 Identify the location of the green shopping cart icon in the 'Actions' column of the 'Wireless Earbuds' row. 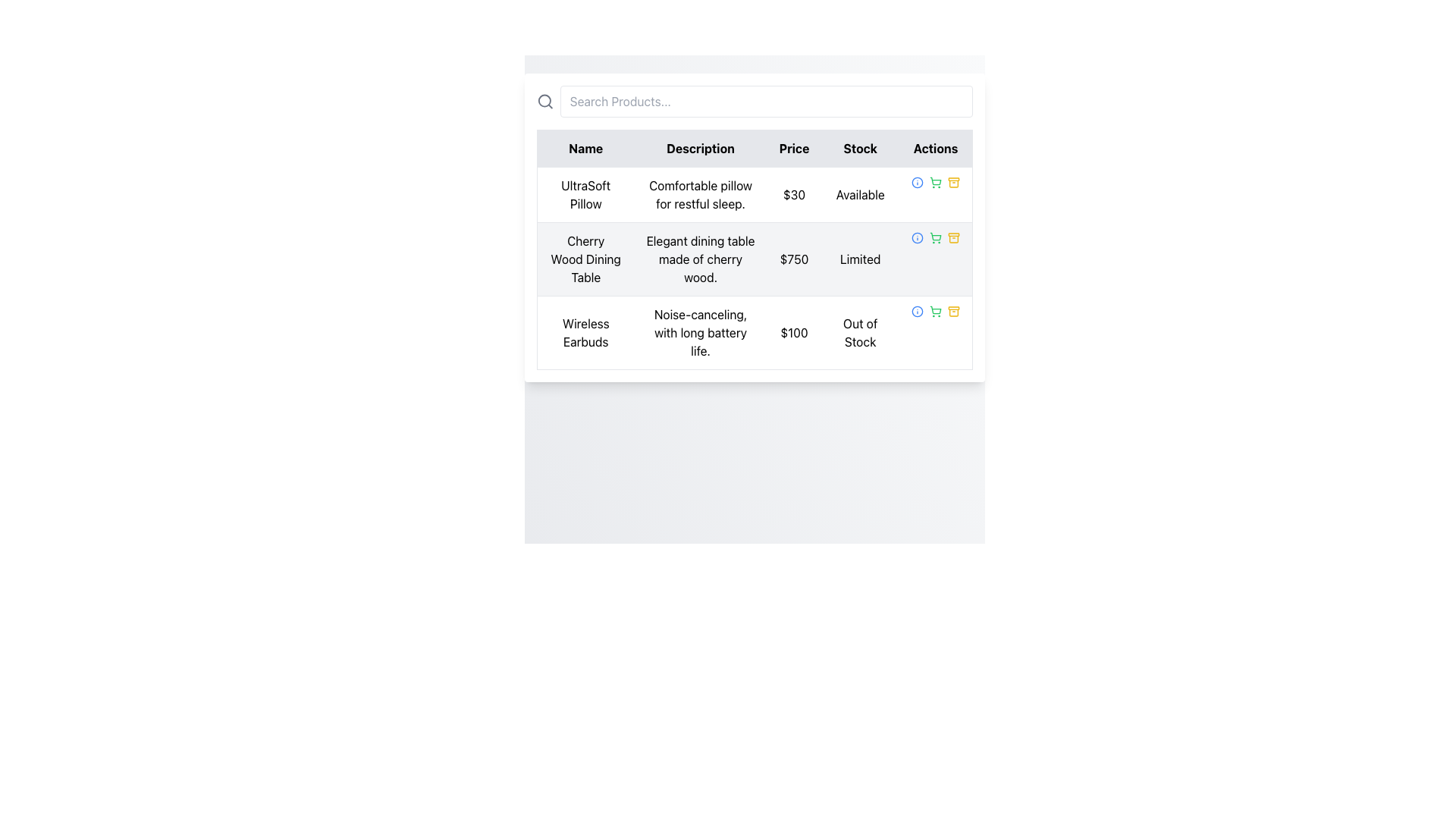
(934, 311).